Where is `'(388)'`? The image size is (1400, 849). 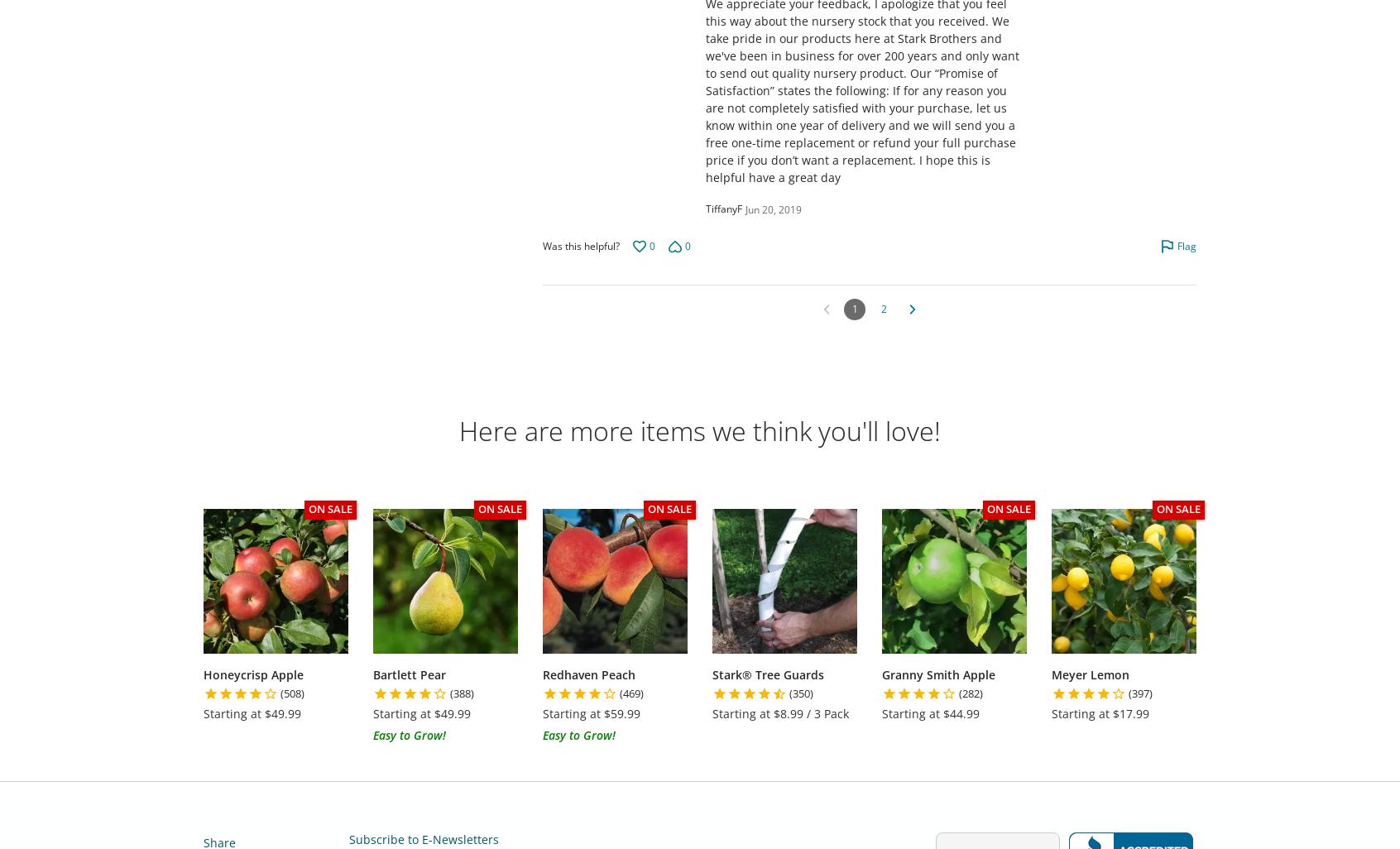
'(388)' is located at coordinates (462, 693).